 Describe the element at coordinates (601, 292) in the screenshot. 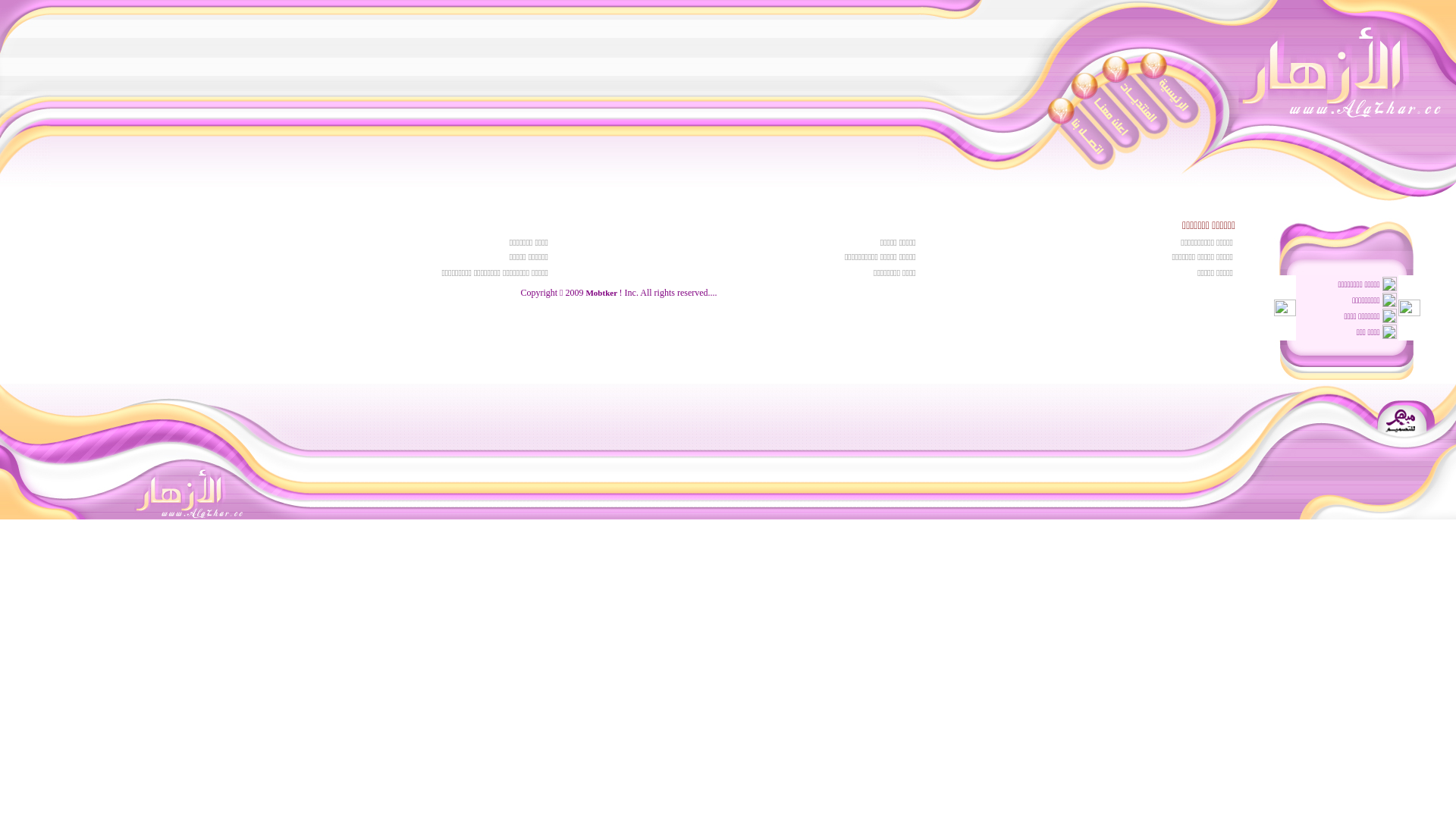

I see `'Mobtker'` at that location.